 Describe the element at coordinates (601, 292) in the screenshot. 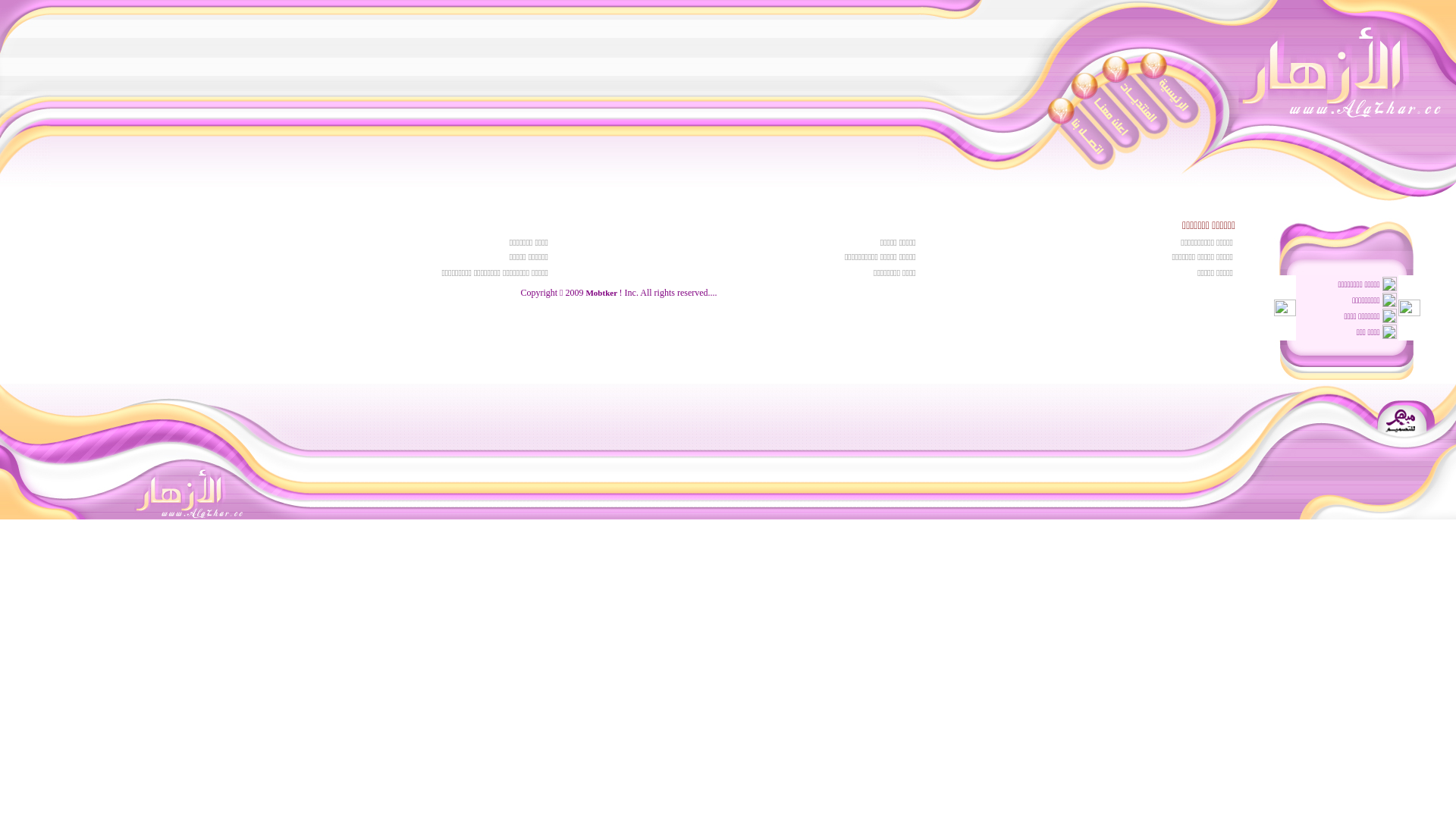

I see `'Mobtker'` at that location.